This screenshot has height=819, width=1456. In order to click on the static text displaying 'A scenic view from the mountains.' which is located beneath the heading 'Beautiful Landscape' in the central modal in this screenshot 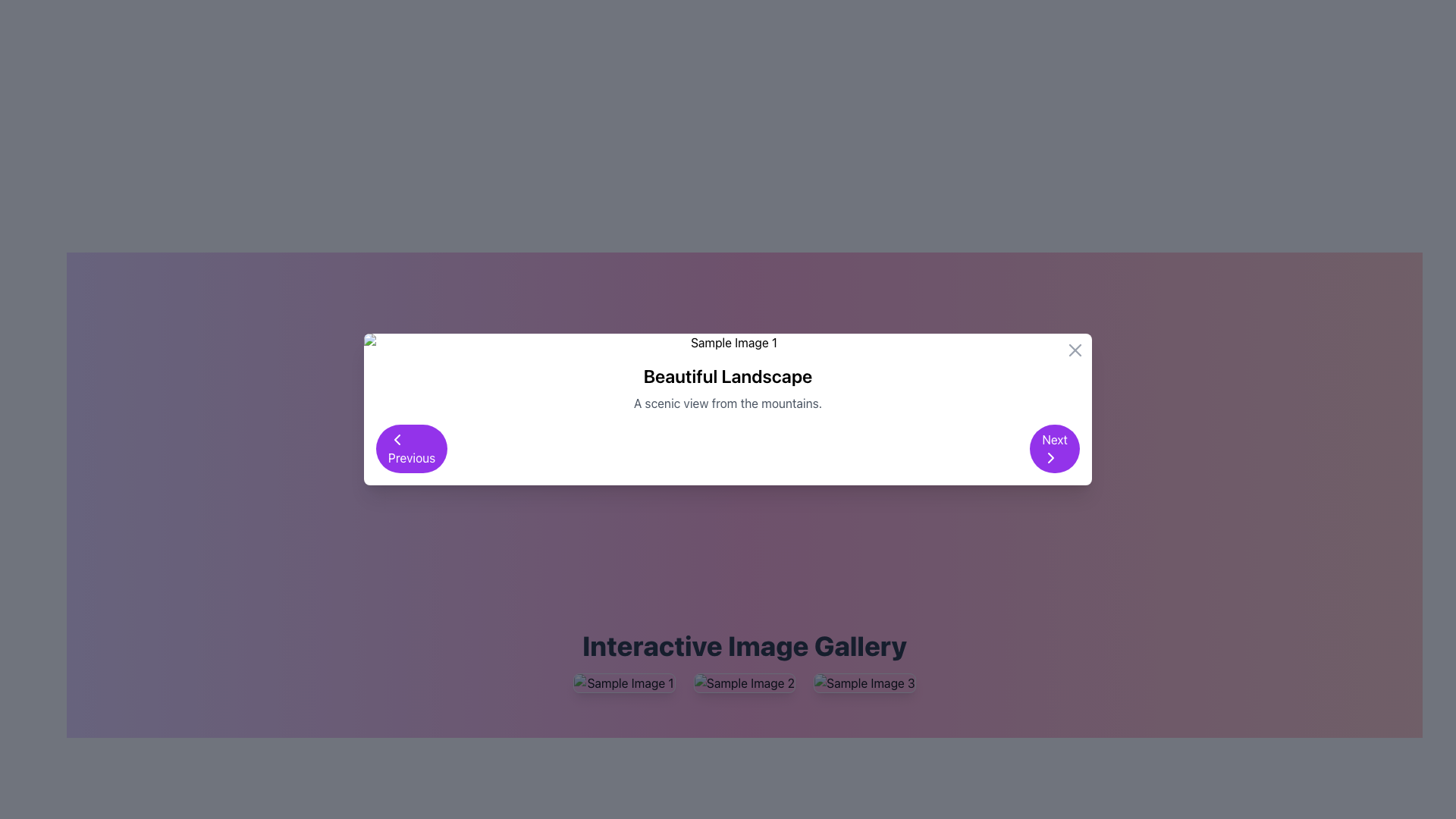, I will do `click(728, 403)`.